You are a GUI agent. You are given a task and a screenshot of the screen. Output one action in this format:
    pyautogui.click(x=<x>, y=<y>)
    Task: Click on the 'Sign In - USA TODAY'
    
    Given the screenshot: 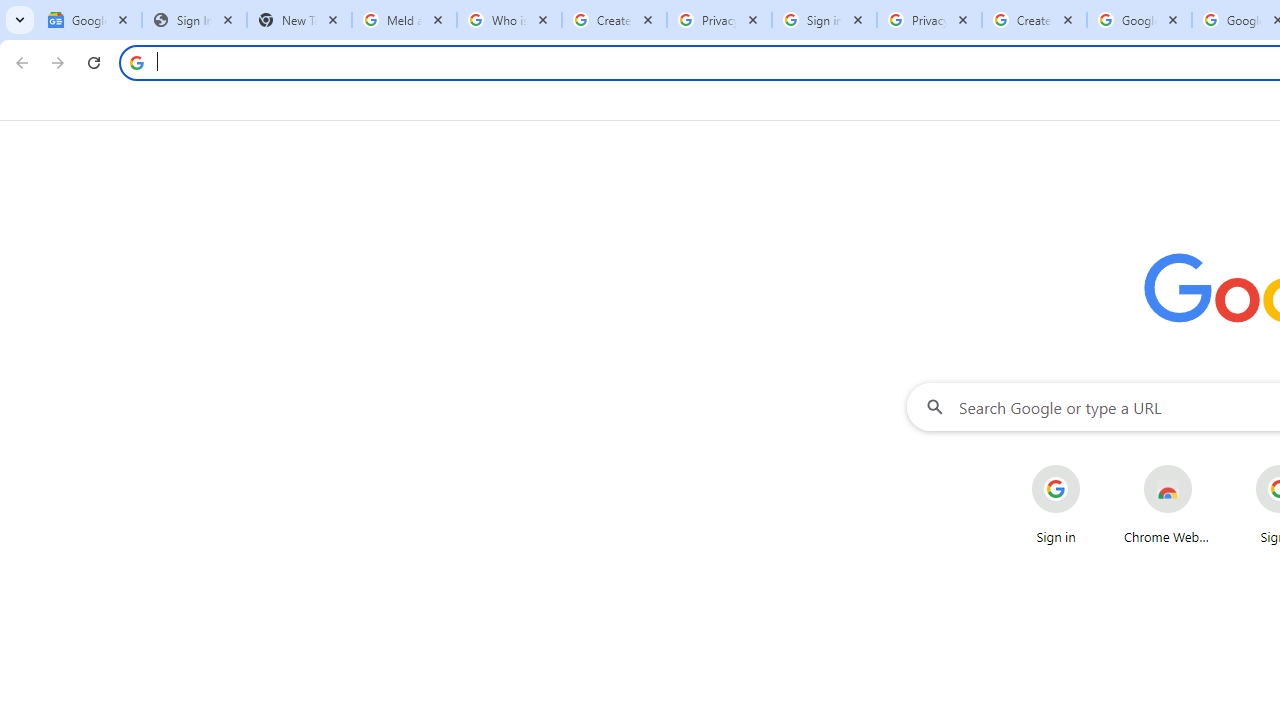 What is the action you would take?
    pyautogui.click(x=194, y=20)
    